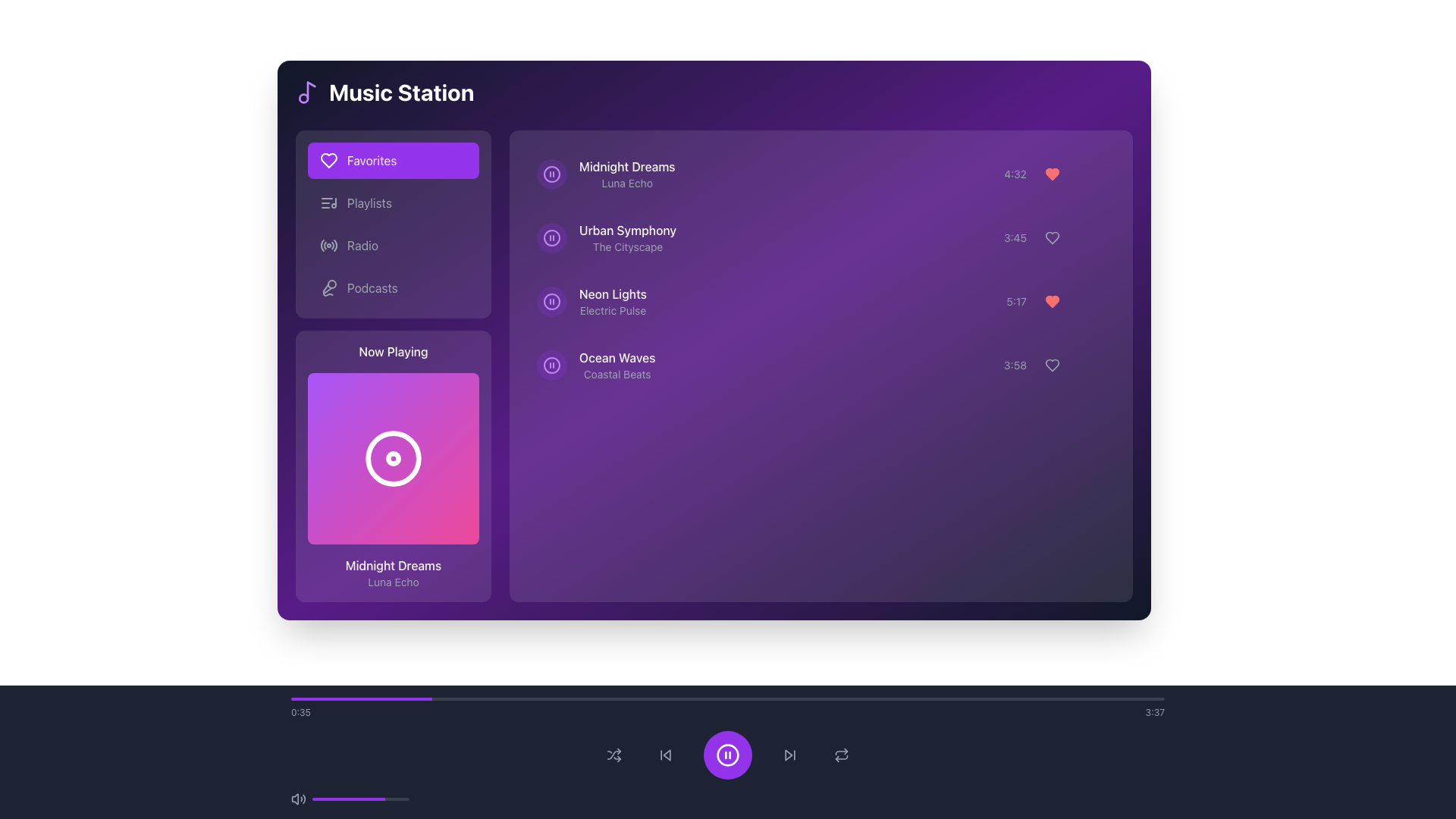 Image resolution: width=1456 pixels, height=819 pixels. What do you see at coordinates (1051, 301) in the screenshot?
I see `the favorite button located in the right middle region of the music station application interface, aligned with the timestamp '5:17' on the third row of the playlist to mark the associated song as a favorite` at bounding box center [1051, 301].